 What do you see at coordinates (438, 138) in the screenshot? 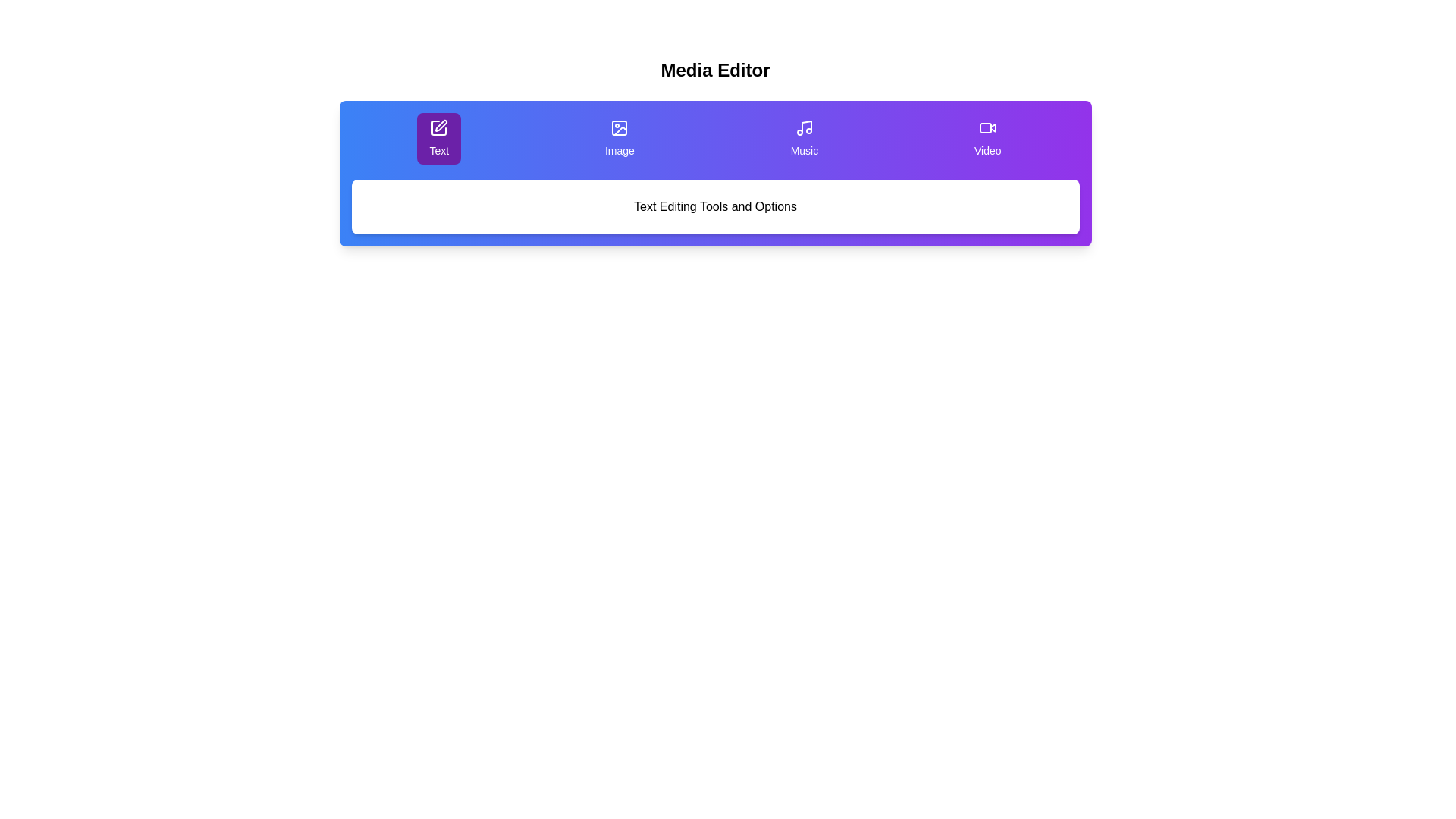
I see `the first button in the navigation bar labeled 'Text' with a pen icon` at bounding box center [438, 138].